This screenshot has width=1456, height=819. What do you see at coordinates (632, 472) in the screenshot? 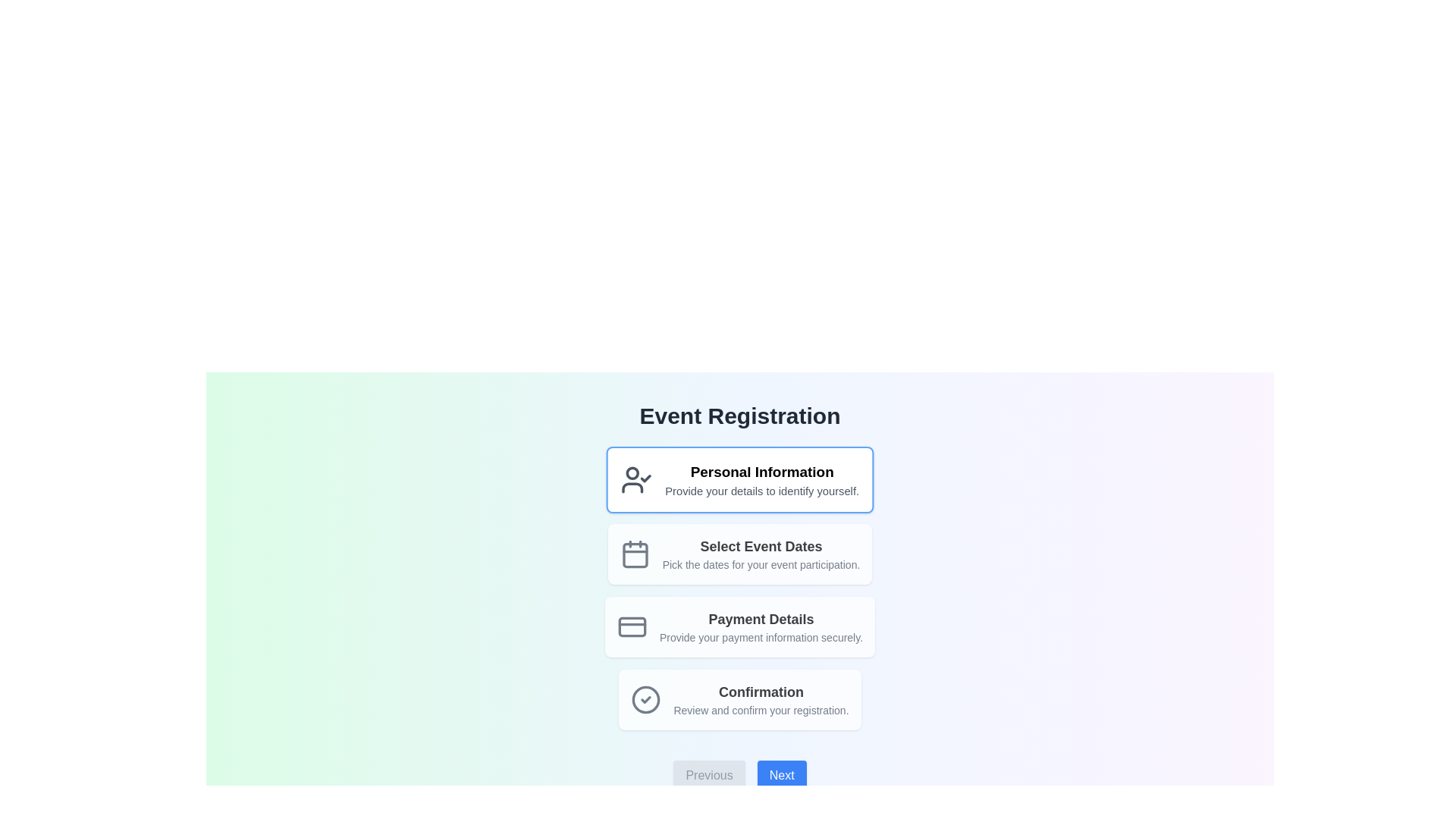
I see `the decorative circular graphic that is part of the user-check SVG icon, located towards the top-left region of the user icon` at bounding box center [632, 472].